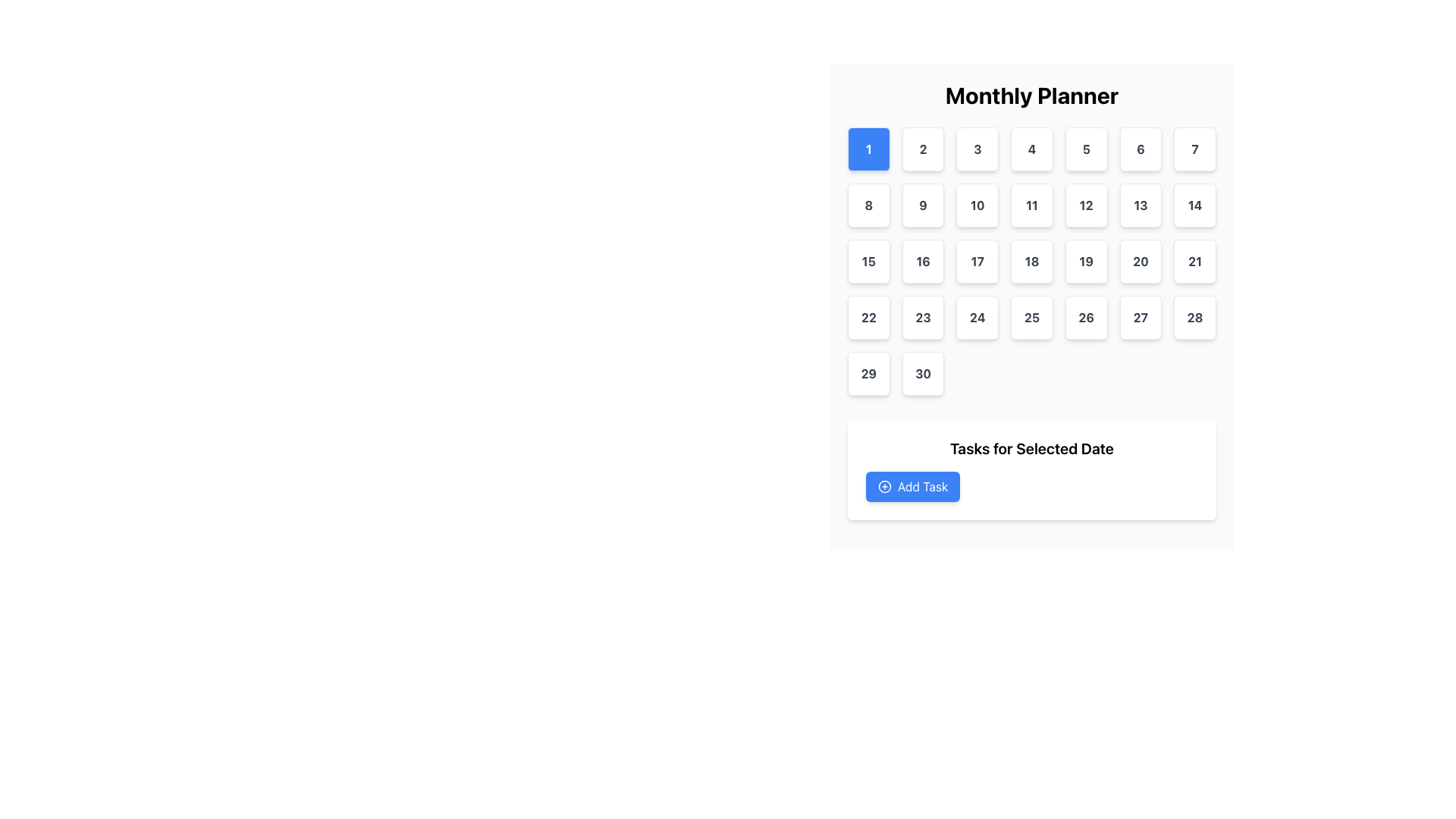  What do you see at coordinates (1194, 205) in the screenshot?
I see `the button representing the date '14' on the calendar to initiate date-related actions` at bounding box center [1194, 205].